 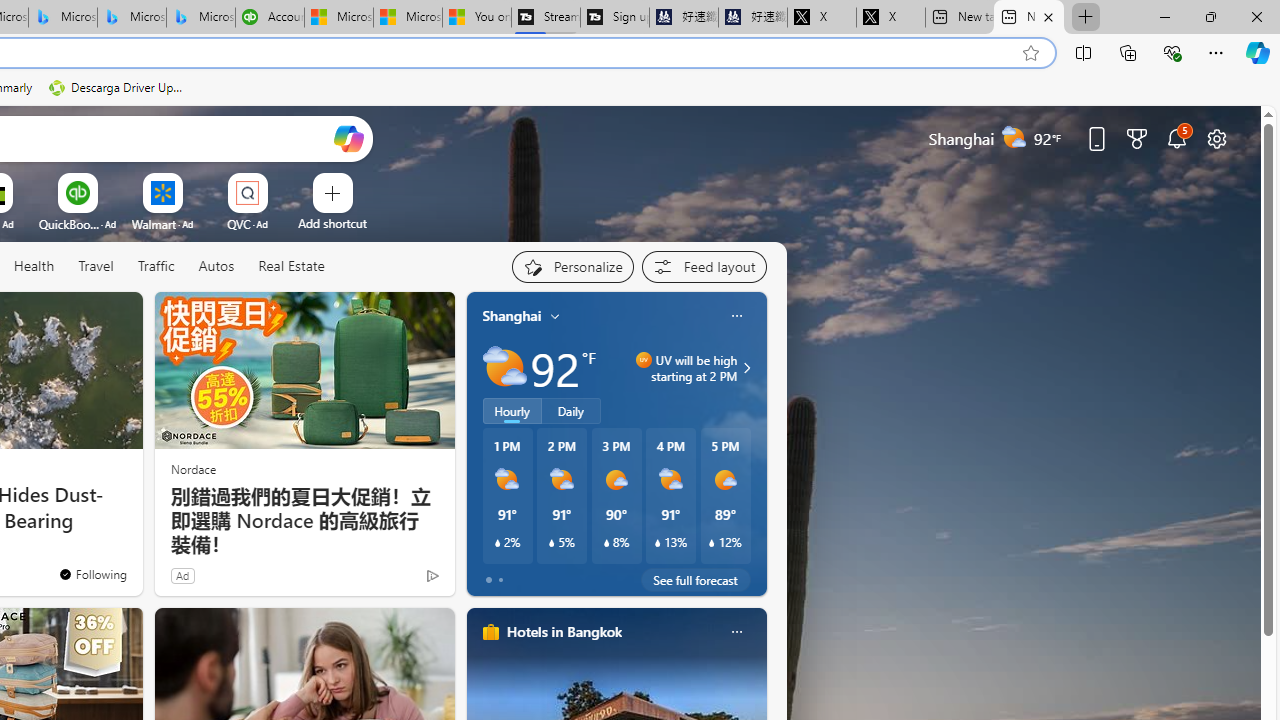 What do you see at coordinates (570, 410) in the screenshot?
I see `'Daily'` at bounding box center [570, 410].